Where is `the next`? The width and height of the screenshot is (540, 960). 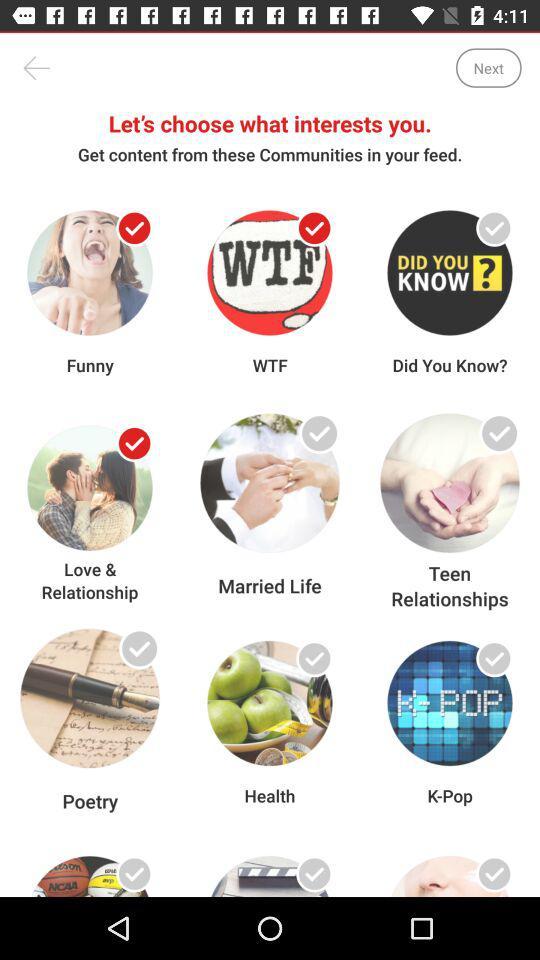
the next is located at coordinates (487, 68).